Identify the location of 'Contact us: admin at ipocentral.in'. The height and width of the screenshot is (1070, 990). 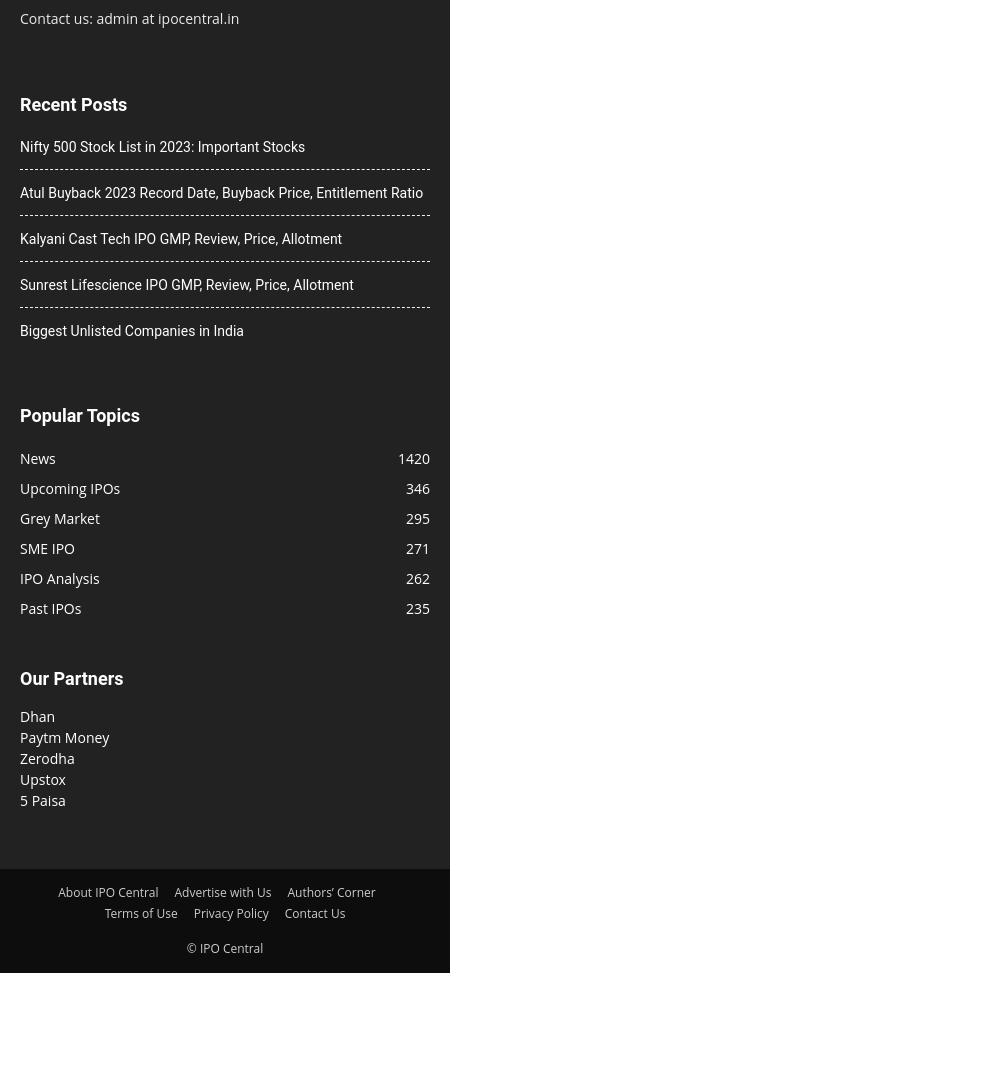
(128, 16).